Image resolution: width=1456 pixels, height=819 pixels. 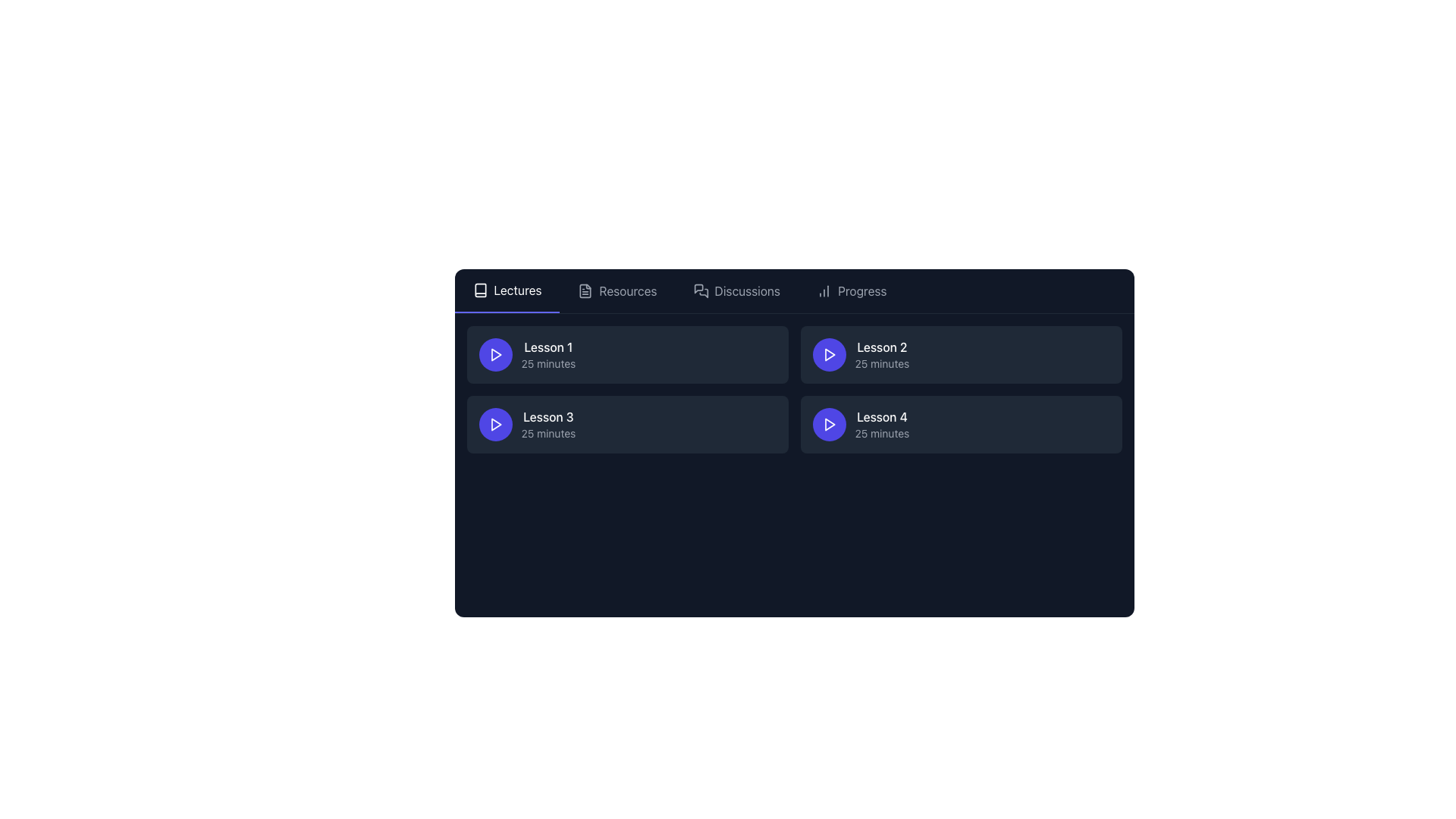 I want to click on label of the second tab from the left in the horizontal navigation bar, which is the 'Resources' tab, located between the 'Lectures' and 'Discussions' tabs, so click(x=628, y=291).